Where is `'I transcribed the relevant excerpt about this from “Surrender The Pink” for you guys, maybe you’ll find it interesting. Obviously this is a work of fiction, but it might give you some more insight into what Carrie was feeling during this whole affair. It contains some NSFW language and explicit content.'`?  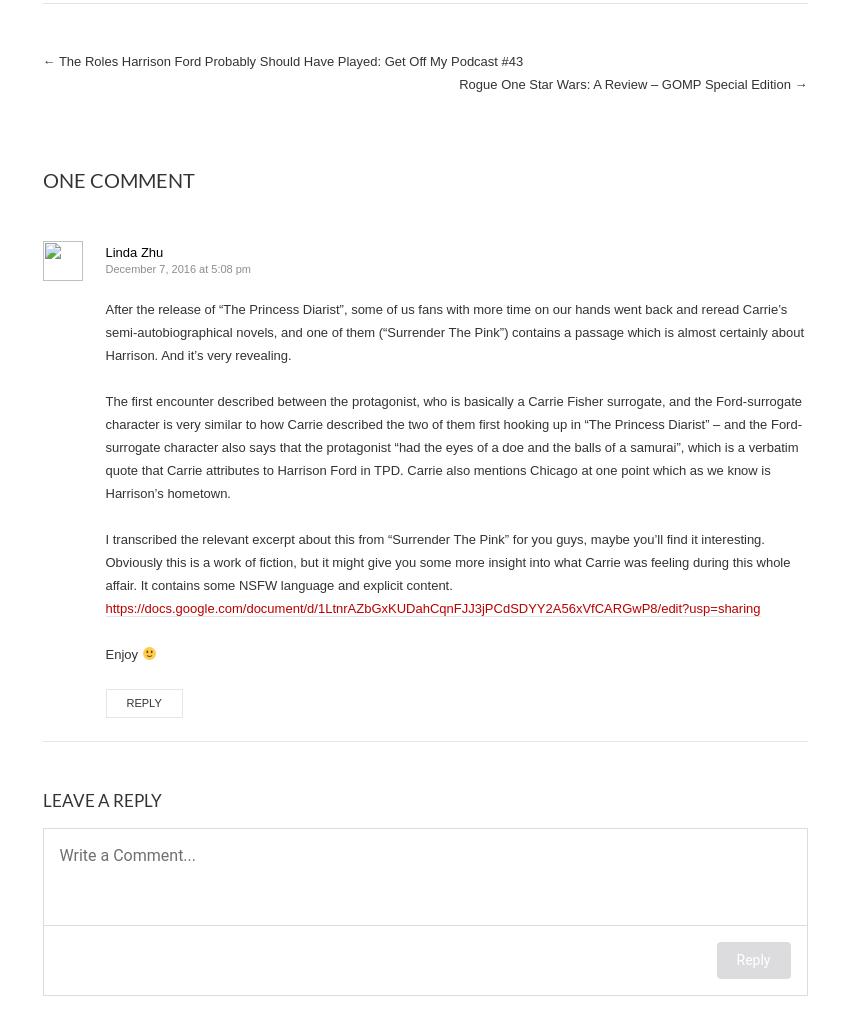
'I transcribed the relevant excerpt about this from “Surrender The Pink” for you guys, maybe you’ll find it interesting. Obviously this is a work of fiction, but it might give you some more insight into what Carrie was feeling during this whole affair. It contains some NSFW language and explicit content.' is located at coordinates (446, 561).